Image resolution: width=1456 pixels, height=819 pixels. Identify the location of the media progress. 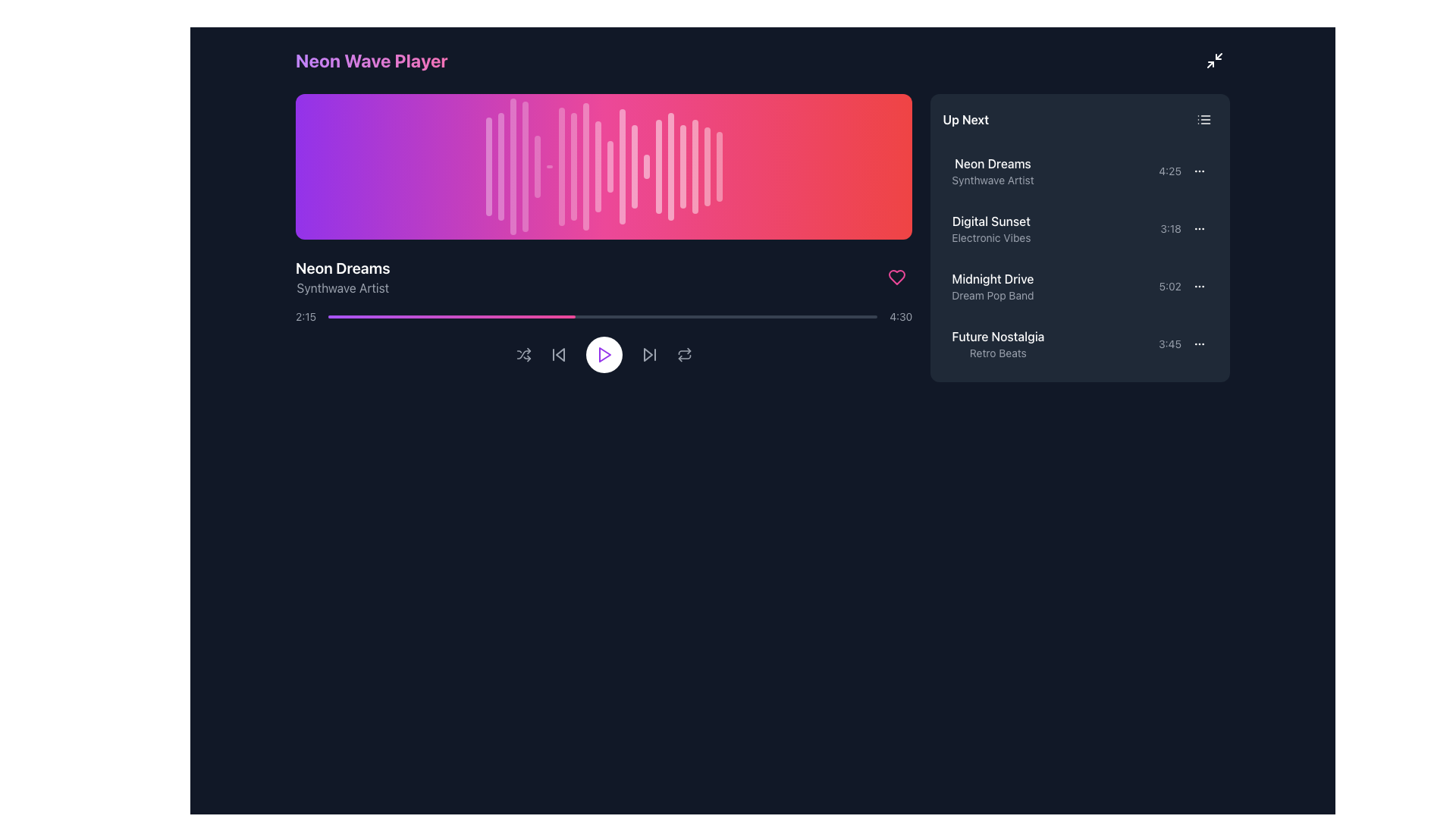
(558, 315).